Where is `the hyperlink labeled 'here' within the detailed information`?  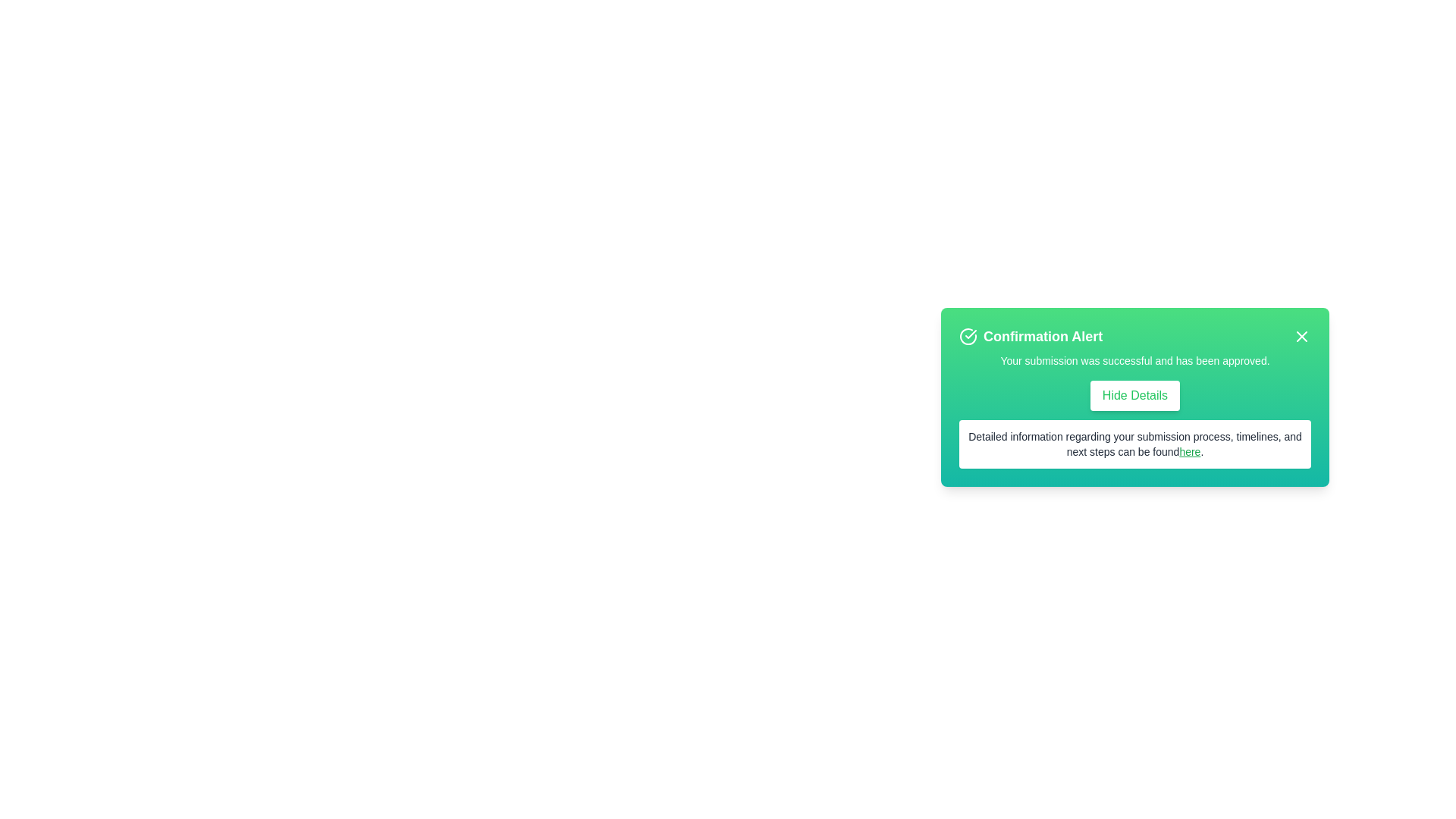
the hyperlink labeled 'here' within the detailed information is located at coordinates (1189, 451).